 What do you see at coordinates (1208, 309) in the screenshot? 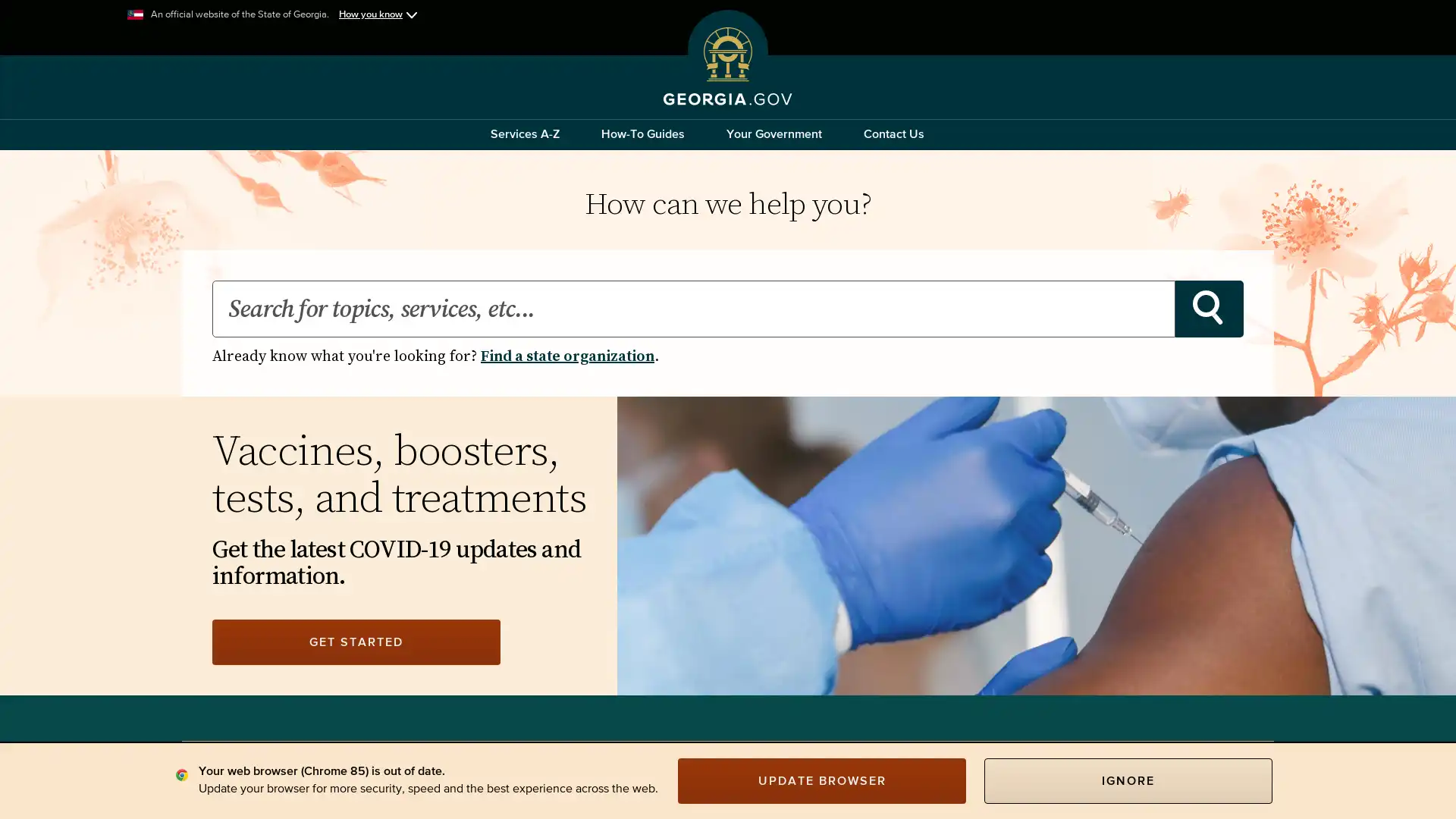
I see `Search` at bounding box center [1208, 309].